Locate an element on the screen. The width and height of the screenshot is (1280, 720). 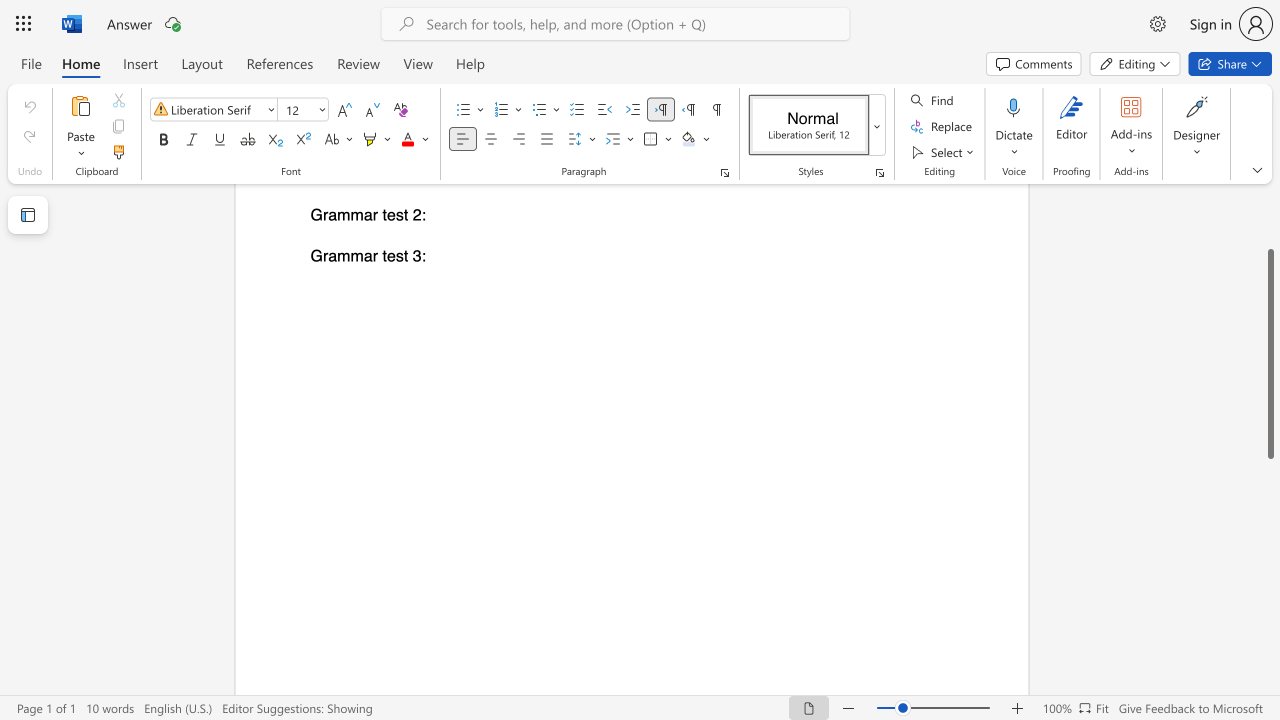
the scrollbar to scroll downward is located at coordinates (1269, 508).